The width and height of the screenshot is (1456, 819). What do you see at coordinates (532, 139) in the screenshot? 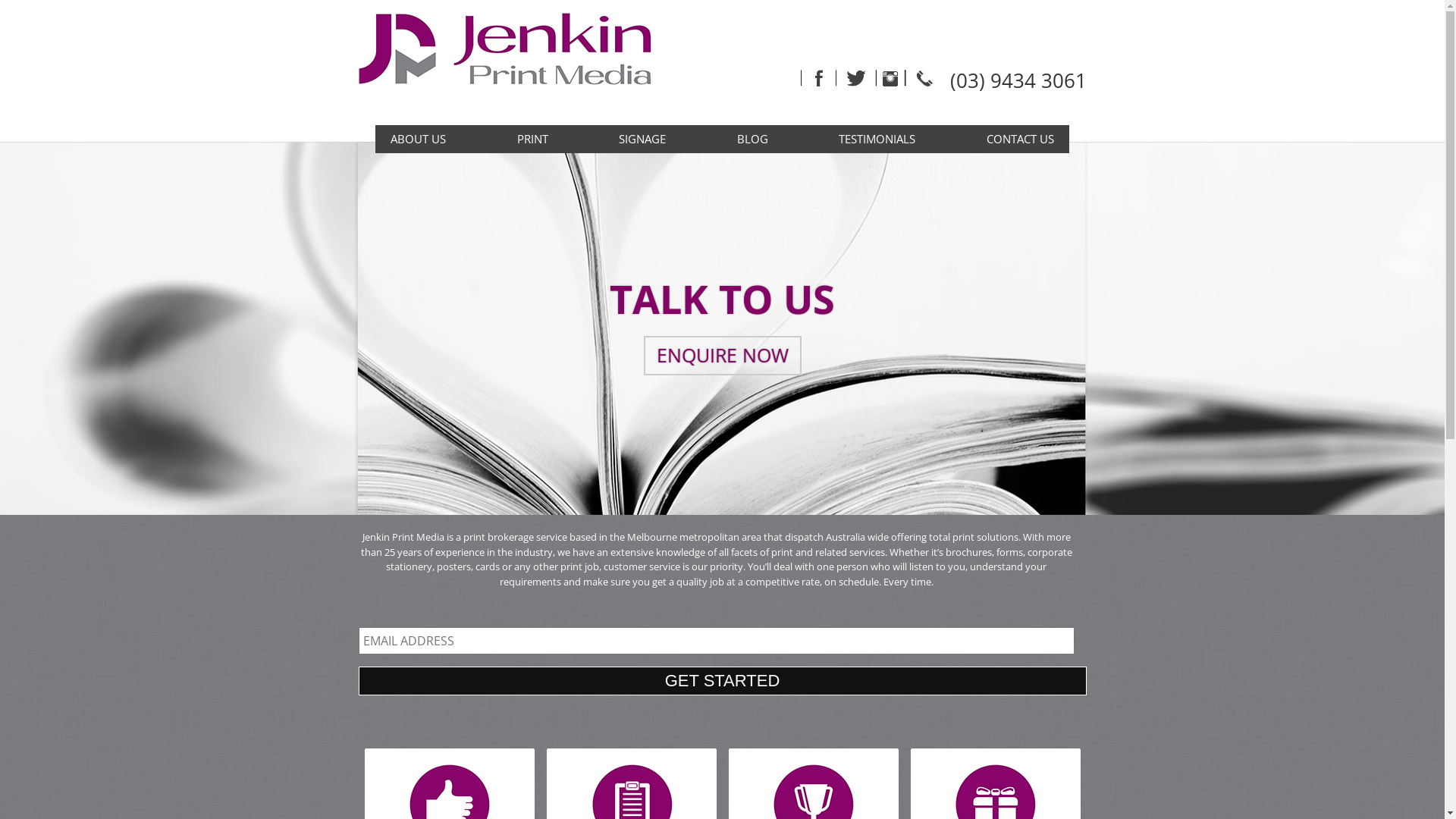
I see `'PRINT'` at bounding box center [532, 139].